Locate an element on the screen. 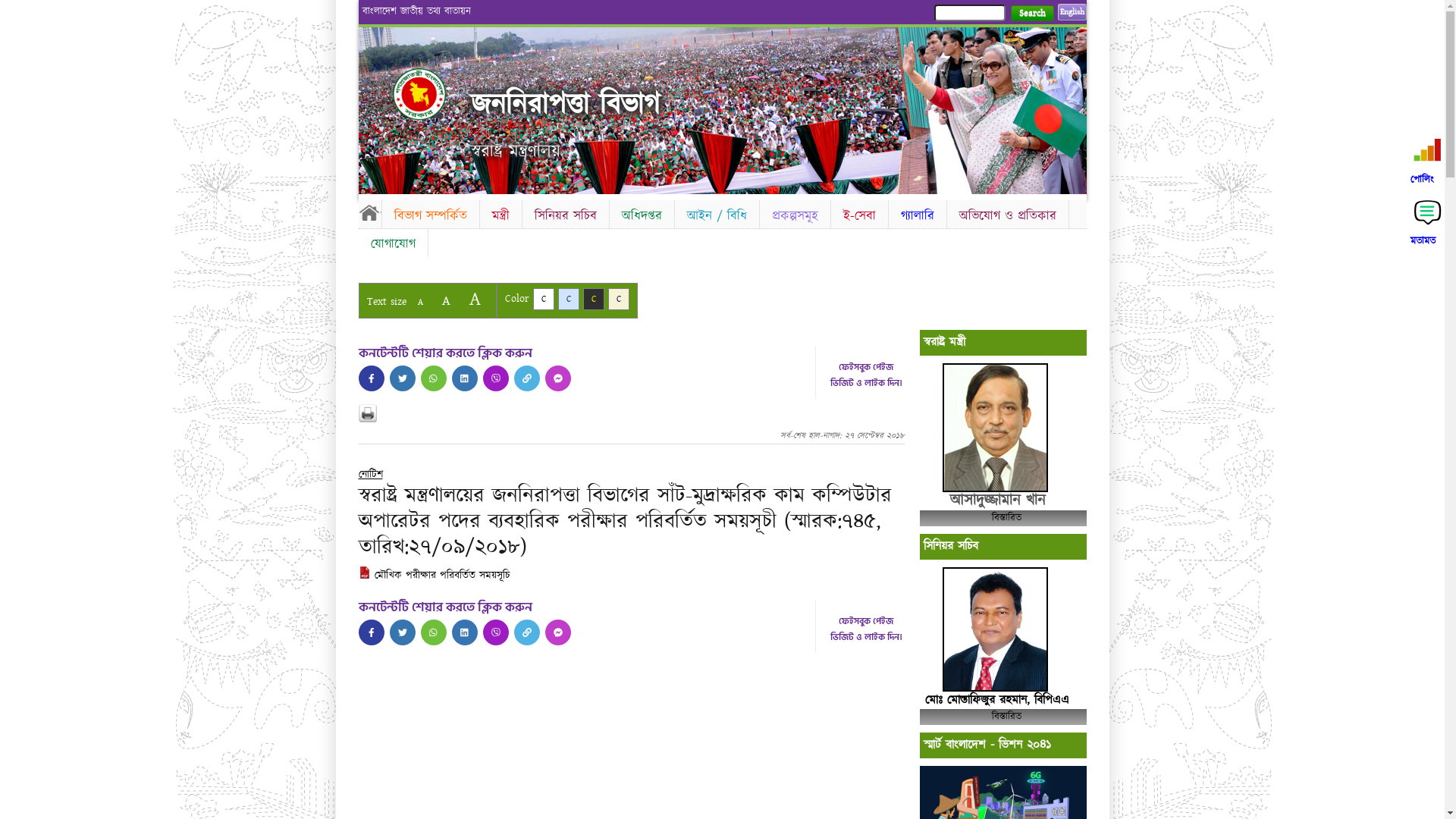 The height and width of the screenshot is (819, 1456). 'A' is located at coordinates (473, 299).